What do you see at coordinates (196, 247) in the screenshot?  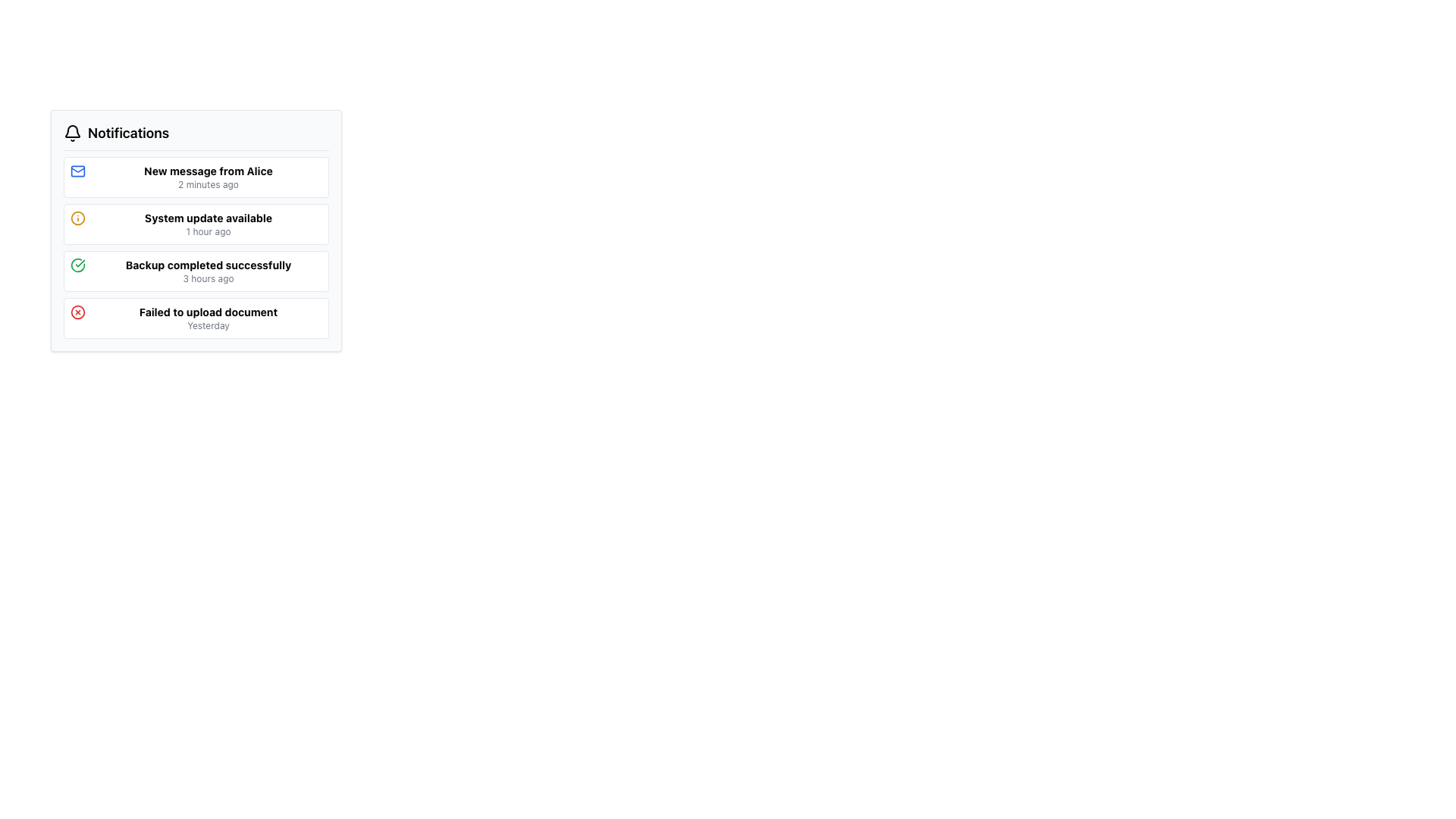 I see `the list of interactive notification cards located below the 'Notifications' title` at bounding box center [196, 247].